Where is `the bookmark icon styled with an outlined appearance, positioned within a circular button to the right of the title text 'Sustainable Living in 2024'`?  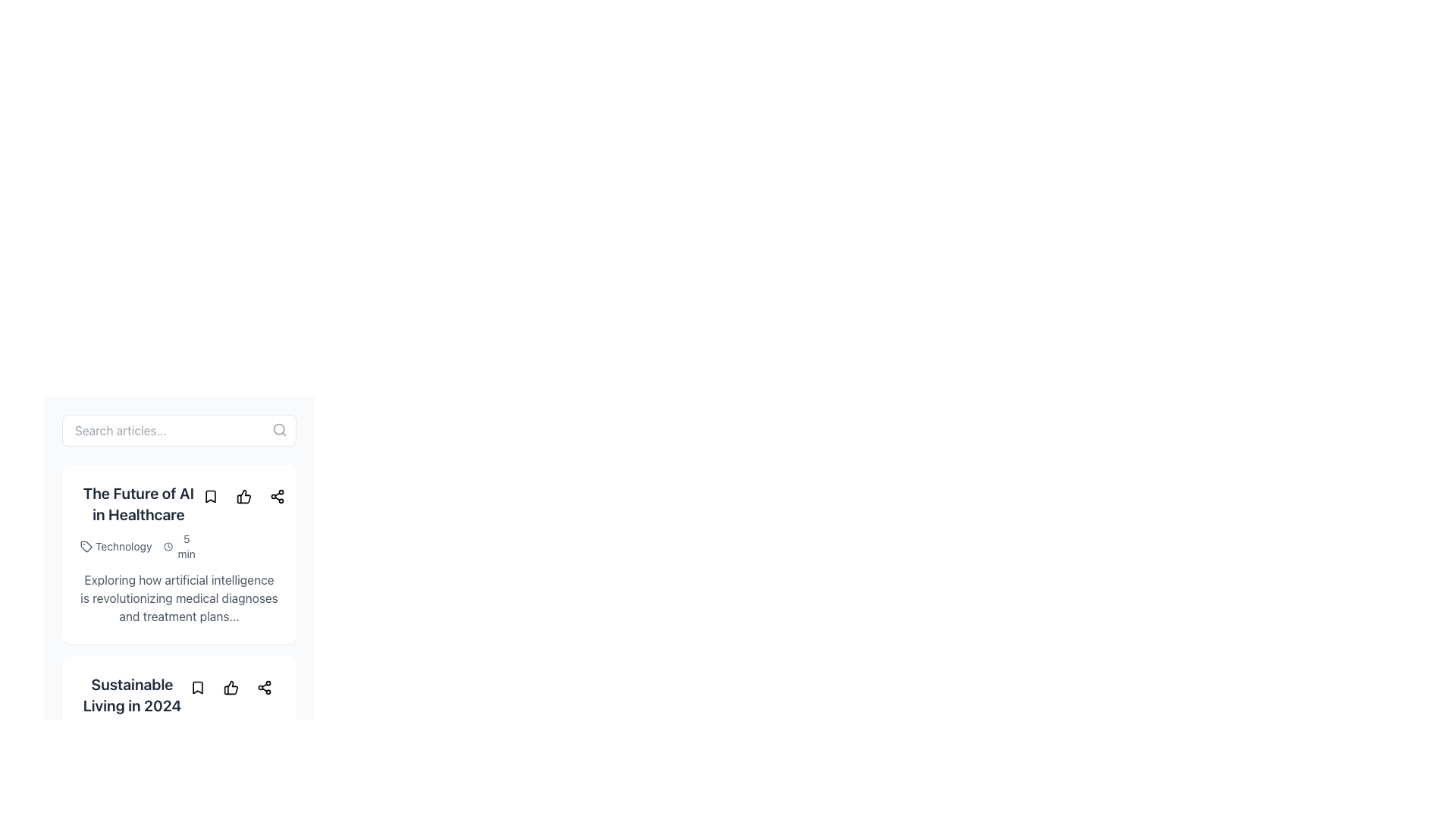 the bookmark icon styled with an outlined appearance, positioned within a circular button to the right of the title text 'Sustainable Living in 2024' is located at coordinates (196, 687).